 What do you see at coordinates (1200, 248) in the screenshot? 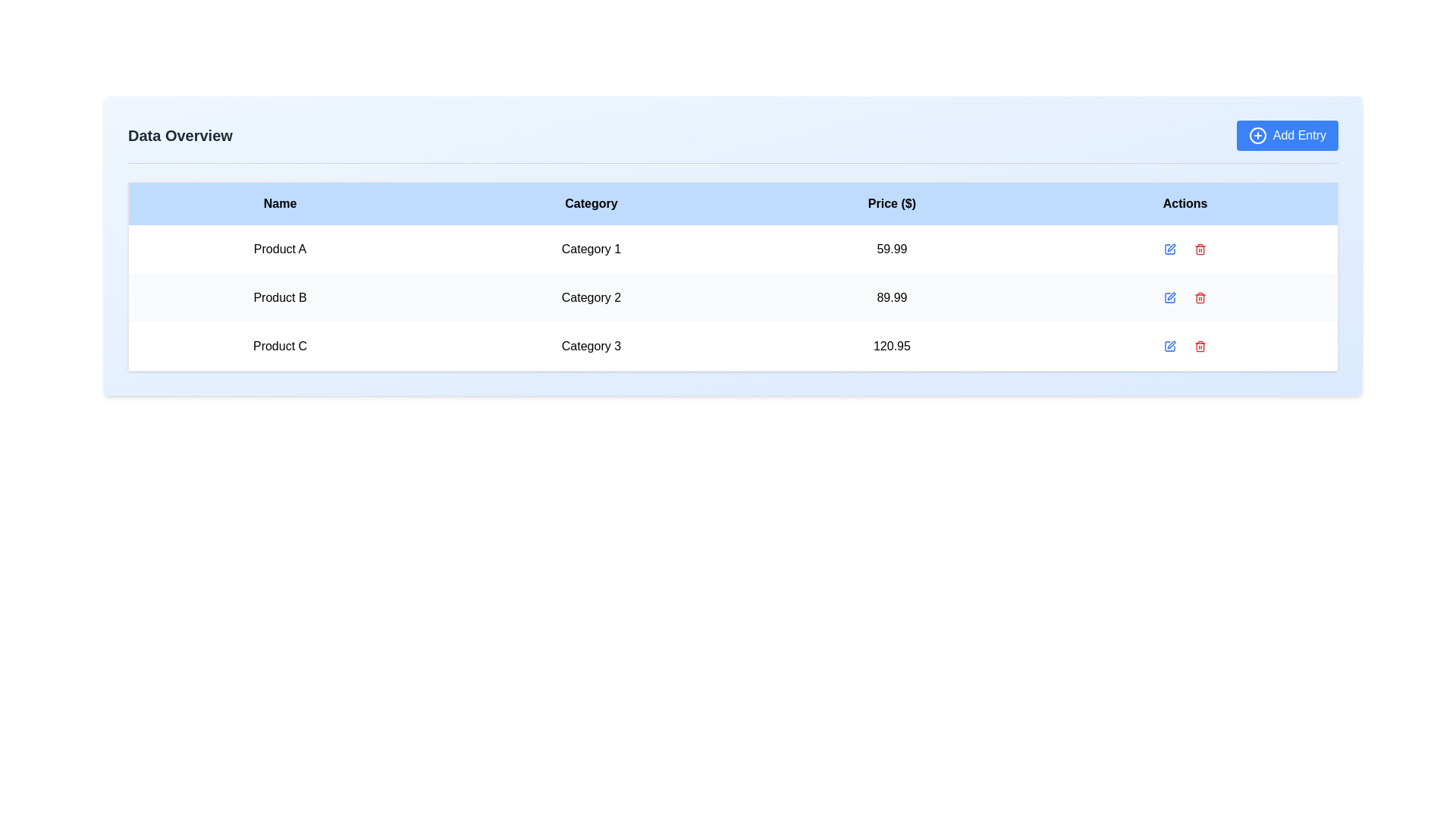
I see `the trash bin icon in the Actions column for 'Product B'` at bounding box center [1200, 248].